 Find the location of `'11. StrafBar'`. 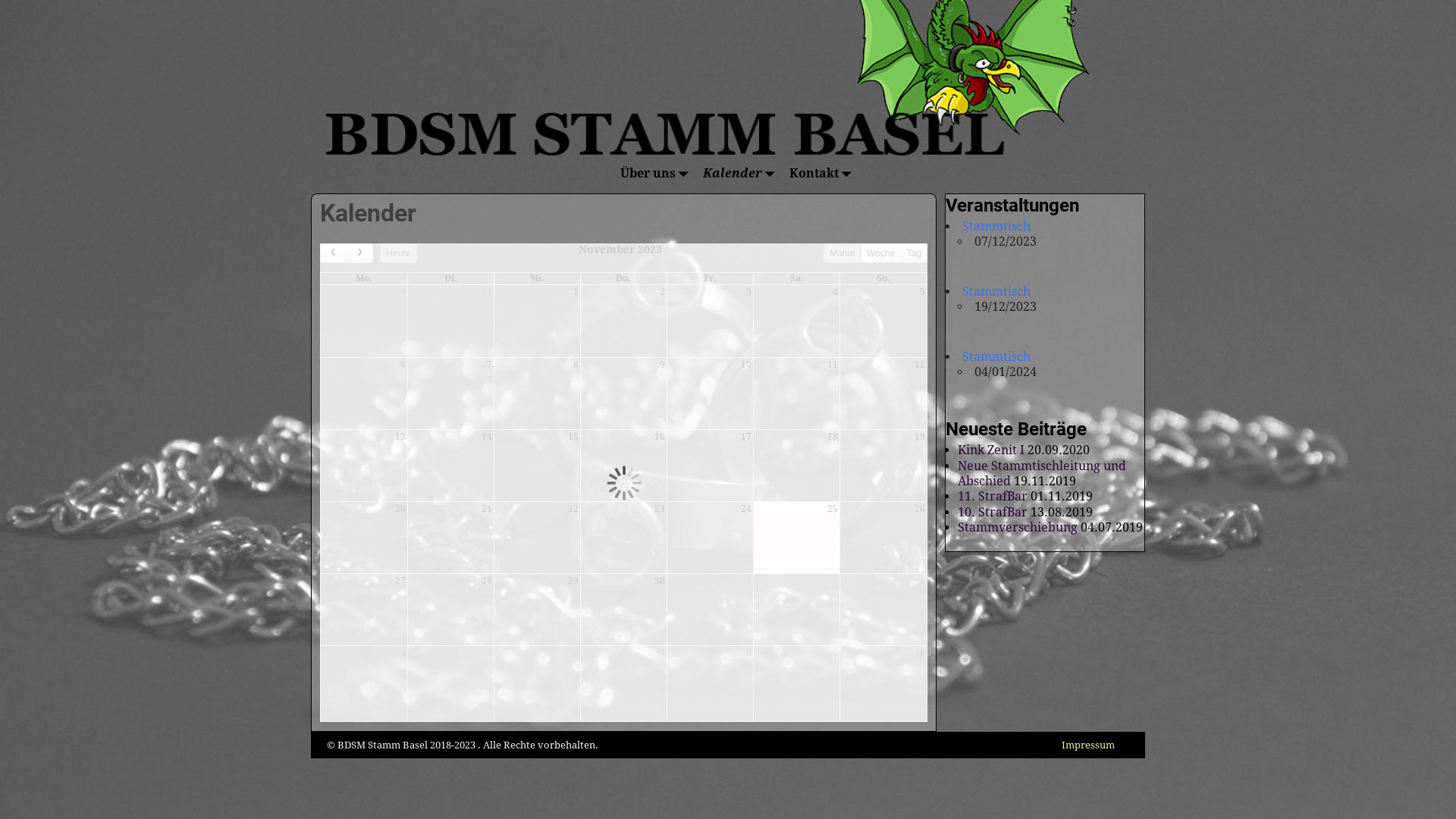

'11. StrafBar' is located at coordinates (993, 496).